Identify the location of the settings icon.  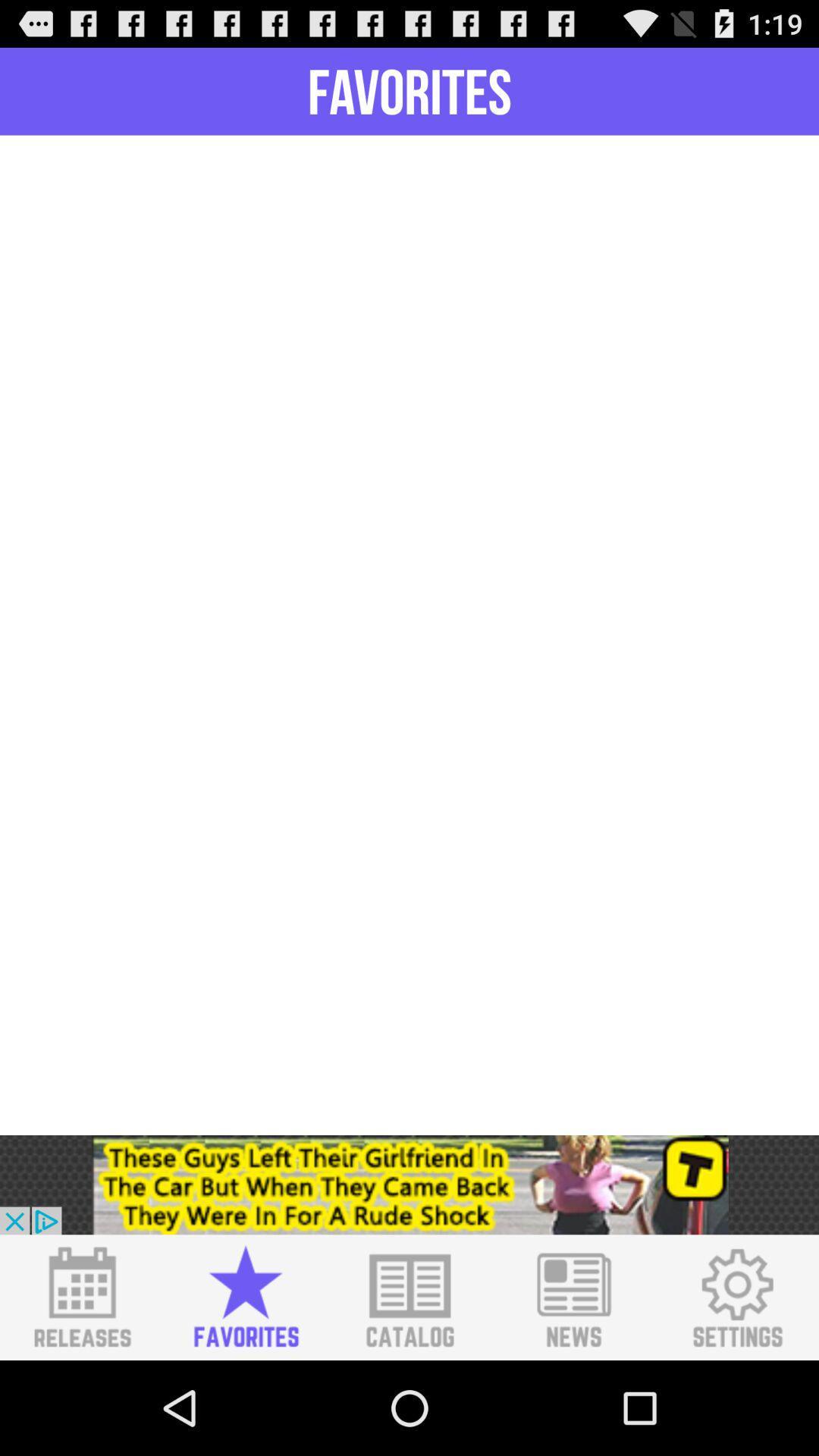
(736, 1389).